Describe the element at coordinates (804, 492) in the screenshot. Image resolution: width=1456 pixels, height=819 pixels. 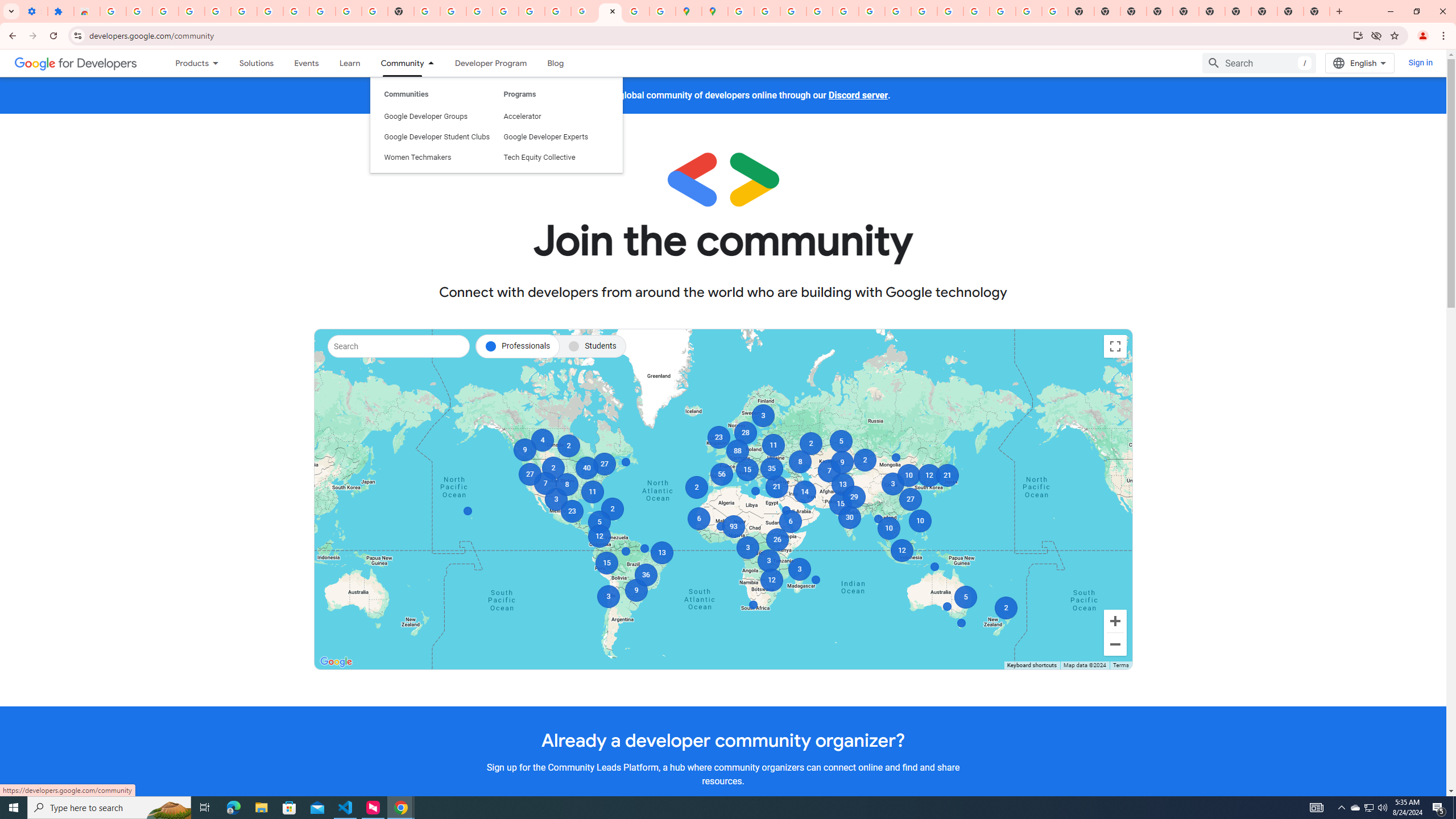
I see `'14'` at that location.